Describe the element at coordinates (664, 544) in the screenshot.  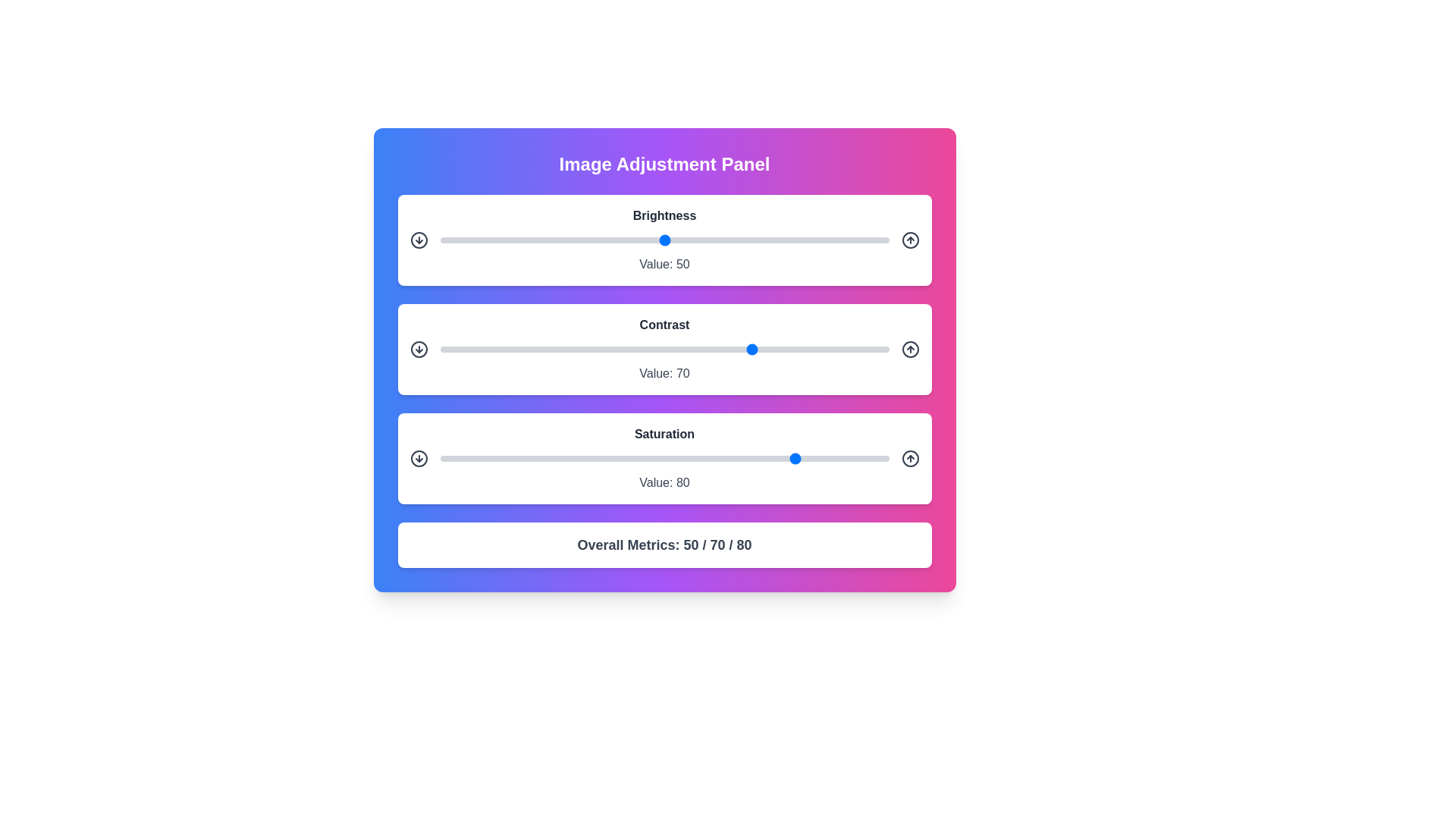
I see `displayed text from the text field showing 'Overall Metrics: 50 / 70 / 80' located at the bottom of the 'Image Adjustment Panel'` at that location.